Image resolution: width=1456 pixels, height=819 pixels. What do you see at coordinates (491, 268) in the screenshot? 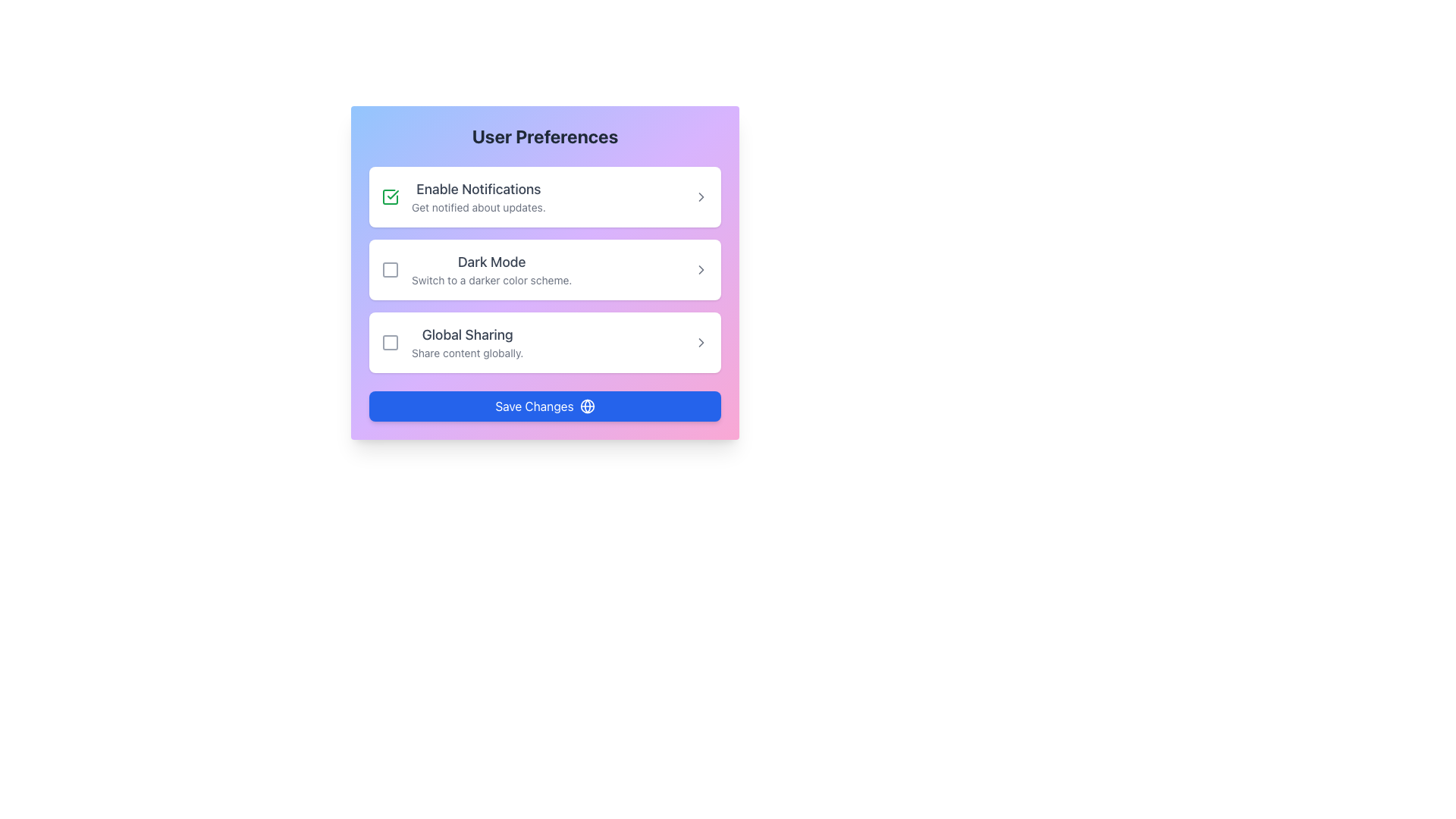
I see `text description about the Dark Mode option, which is located in the 'User Preferences' section, directly below 'Enable Notifications' and above 'Global Sharing'` at bounding box center [491, 268].